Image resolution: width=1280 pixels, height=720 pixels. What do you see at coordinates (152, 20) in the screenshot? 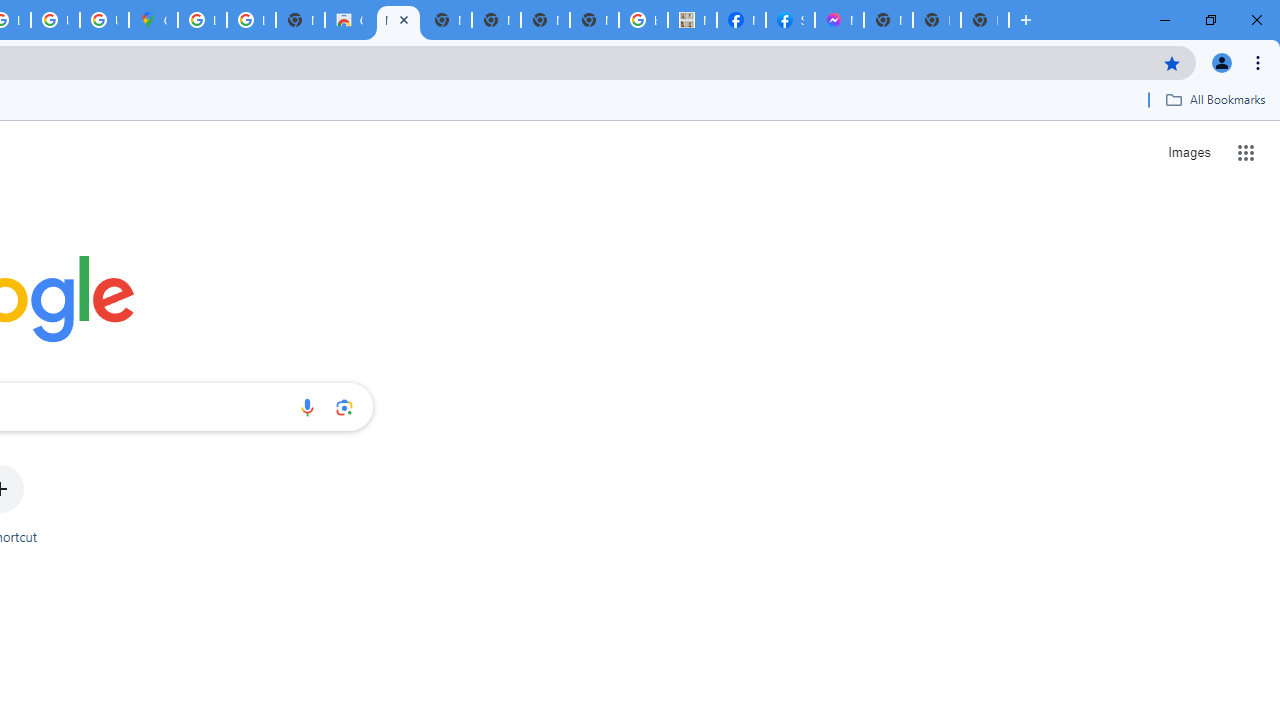
I see `'Google Maps'` at bounding box center [152, 20].